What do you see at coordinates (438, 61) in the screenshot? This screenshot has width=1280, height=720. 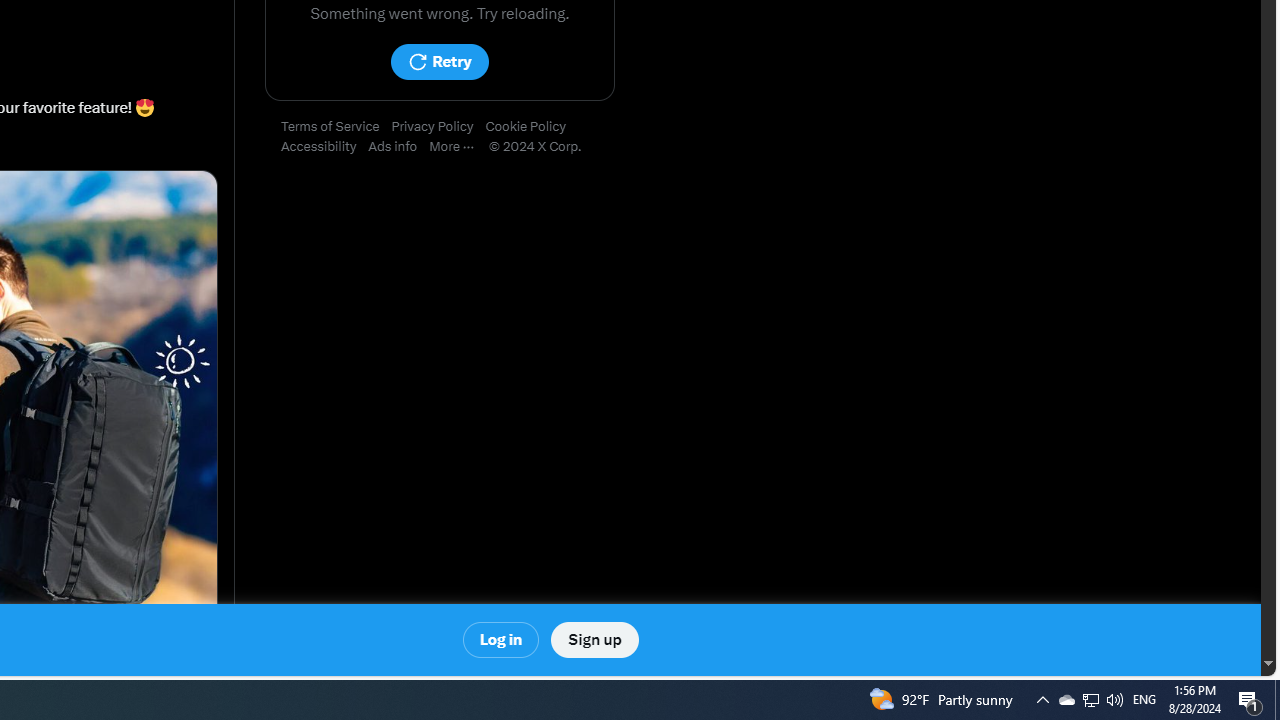 I see `'Retry'` at bounding box center [438, 61].